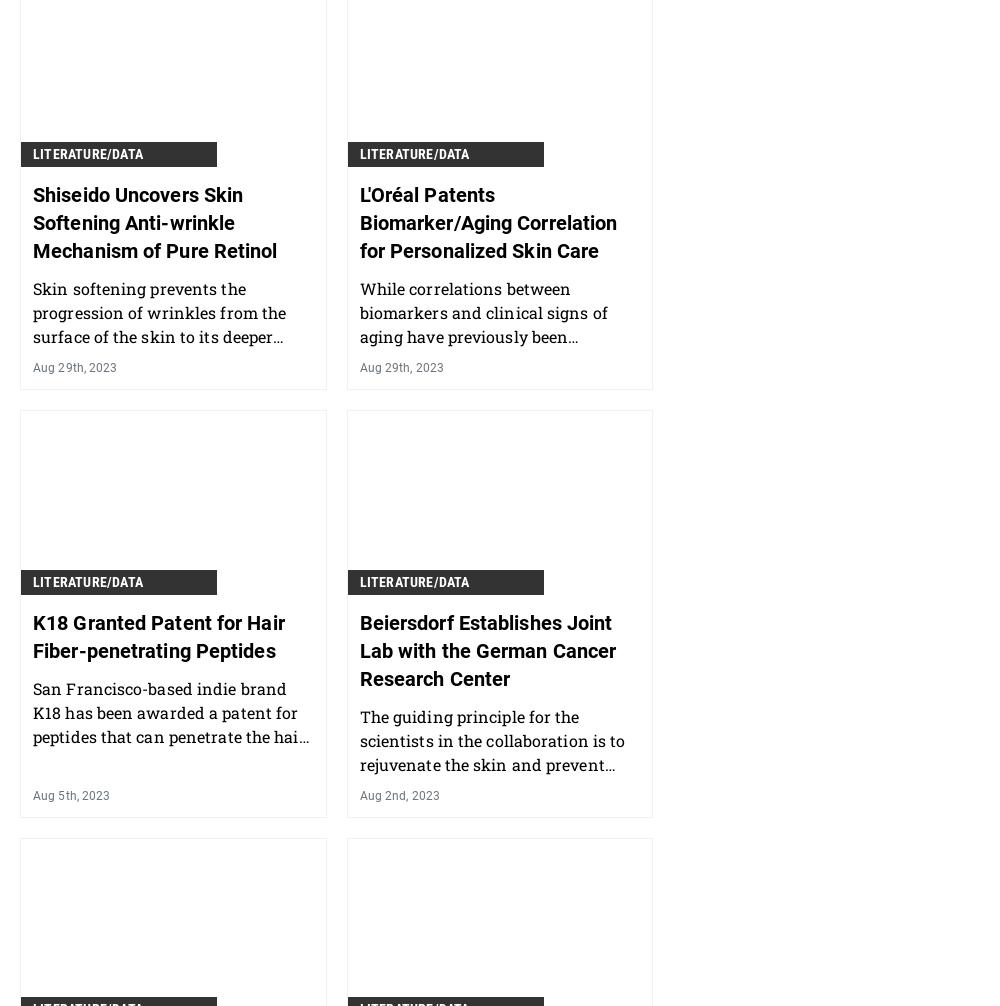  Describe the element at coordinates (358, 223) in the screenshot. I see `'L'Oréal Patents Biomarker/Aging Correlation for Personalized Skin Care'` at that location.